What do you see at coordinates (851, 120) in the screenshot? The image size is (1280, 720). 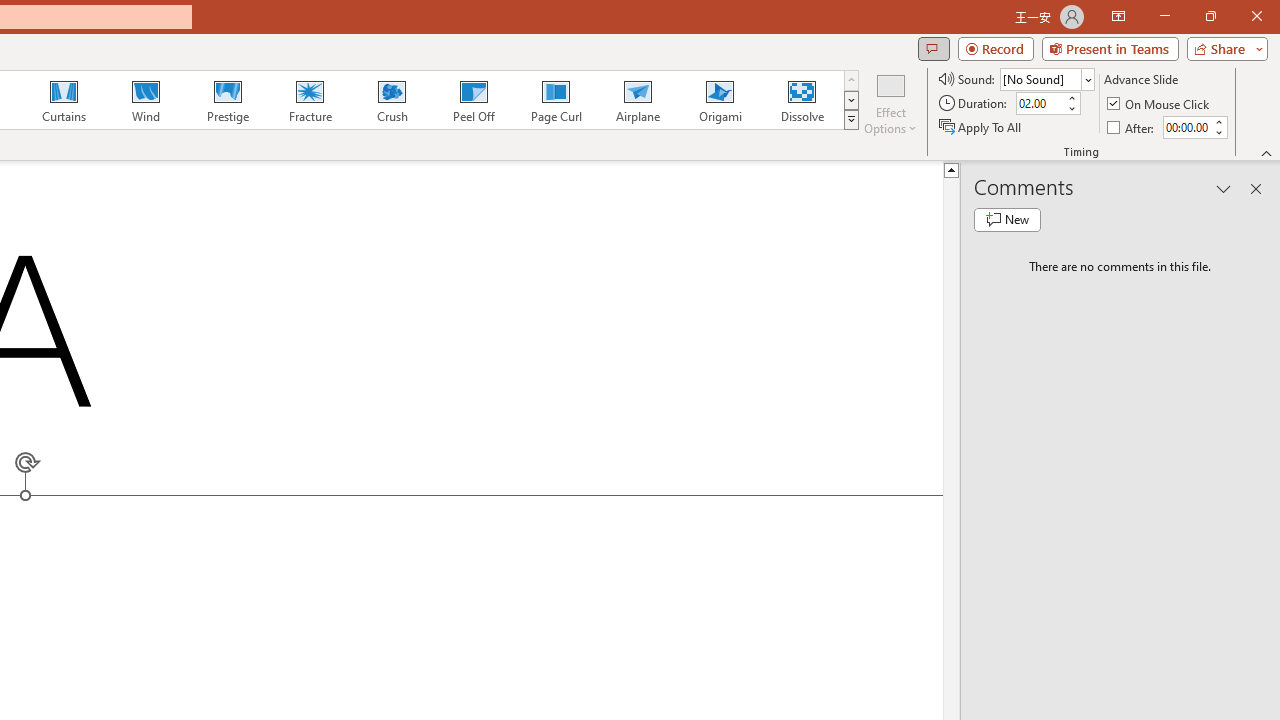 I see `'Transition Effects'` at bounding box center [851, 120].